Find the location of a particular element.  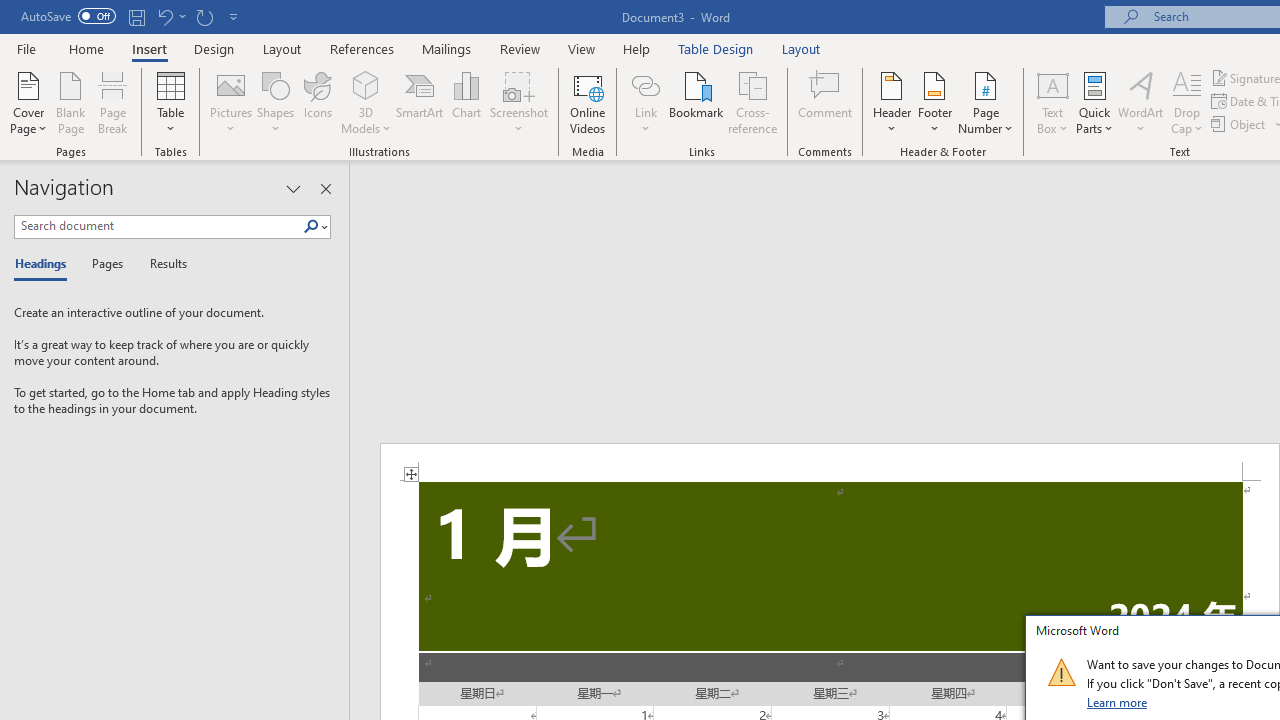

'Screenshot' is located at coordinates (519, 103).